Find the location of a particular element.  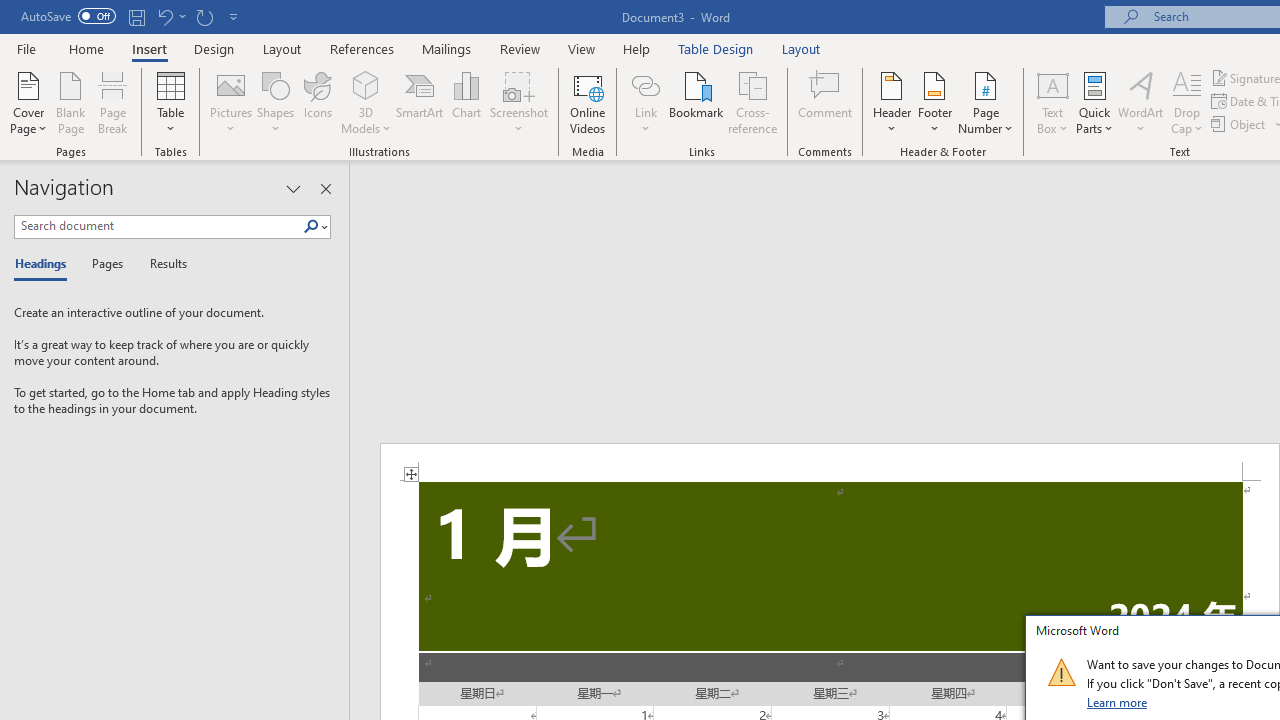

'Screenshot' is located at coordinates (519, 103).